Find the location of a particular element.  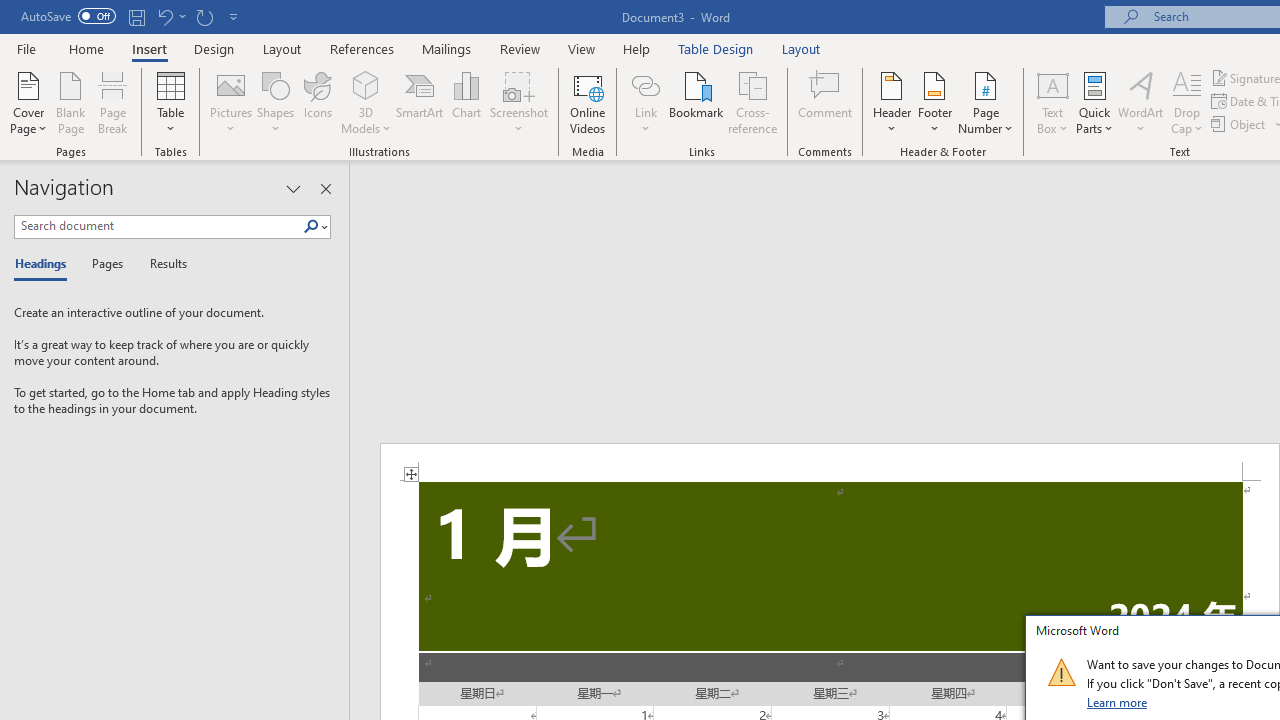

'Screenshot' is located at coordinates (519, 103).